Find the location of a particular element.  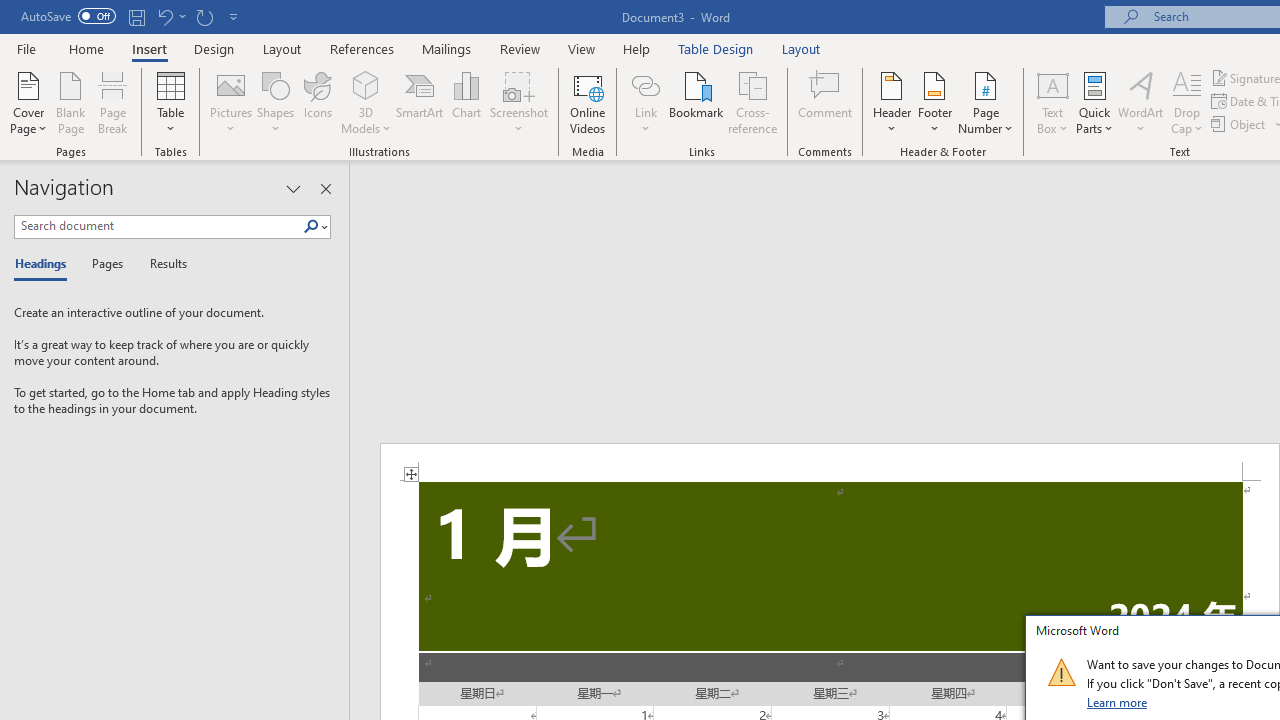

'Screenshot' is located at coordinates (519, 103).